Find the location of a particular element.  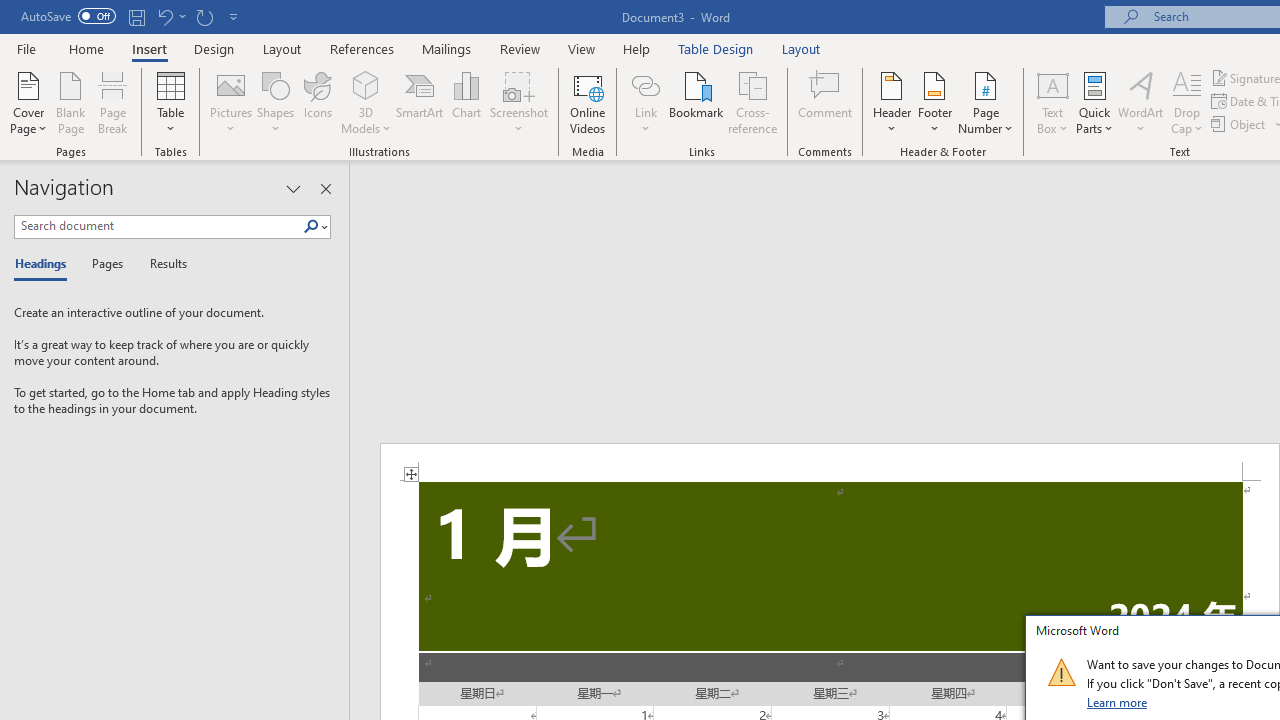

'Screenshot' is located at coordinates (519, 103).